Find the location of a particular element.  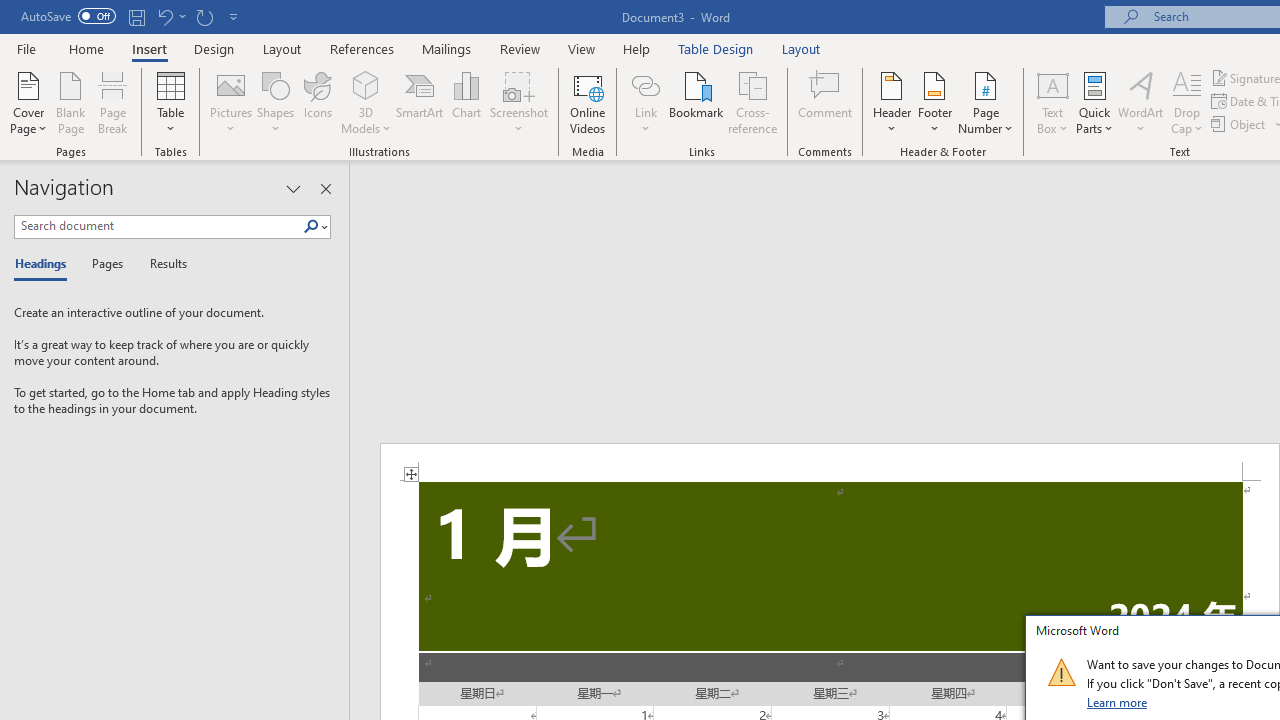

'Screenshot' is located at coordinates (519, 103).